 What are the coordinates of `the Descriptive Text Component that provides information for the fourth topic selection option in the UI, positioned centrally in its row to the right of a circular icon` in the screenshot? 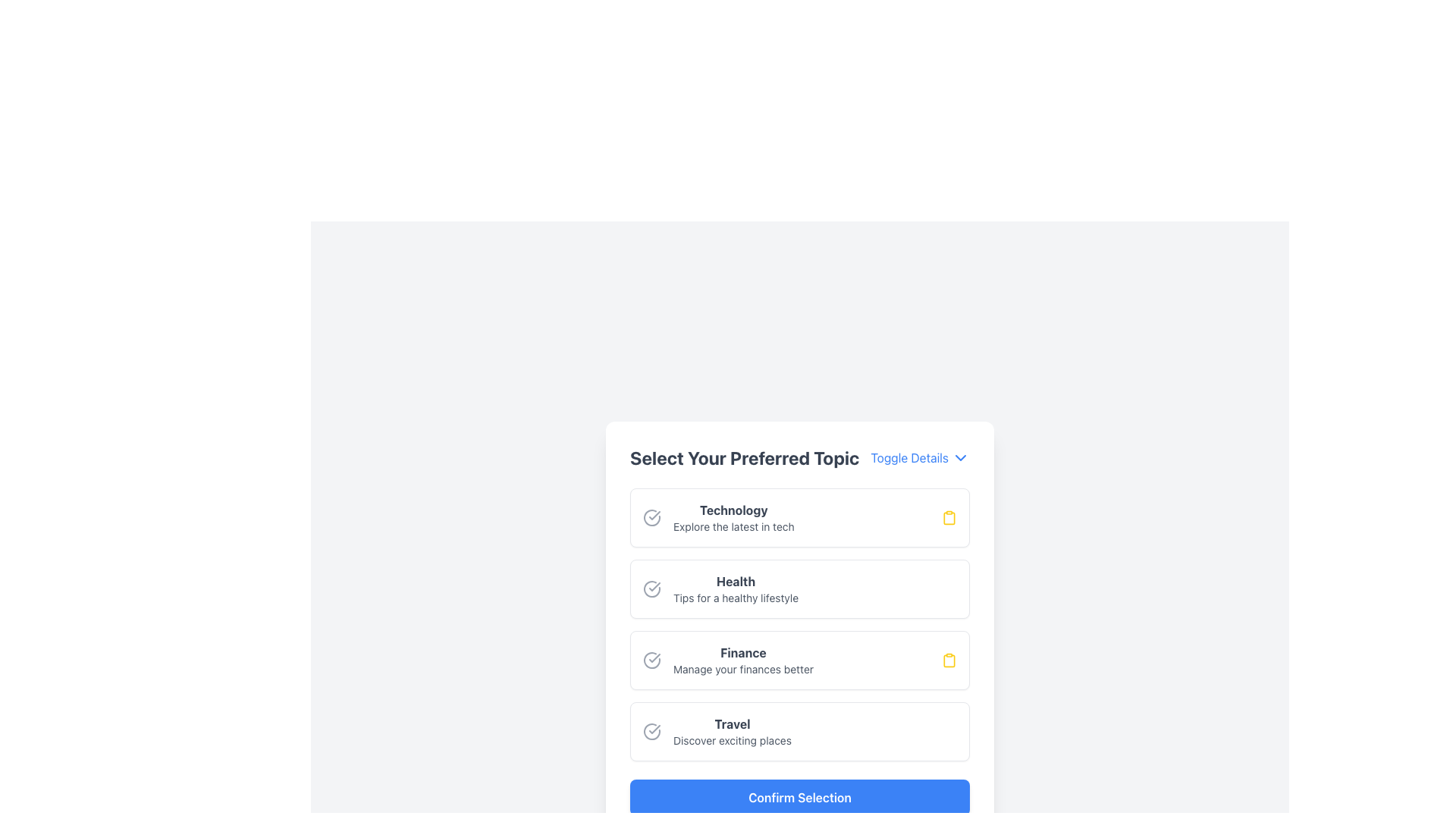 It's located at (732, 730).